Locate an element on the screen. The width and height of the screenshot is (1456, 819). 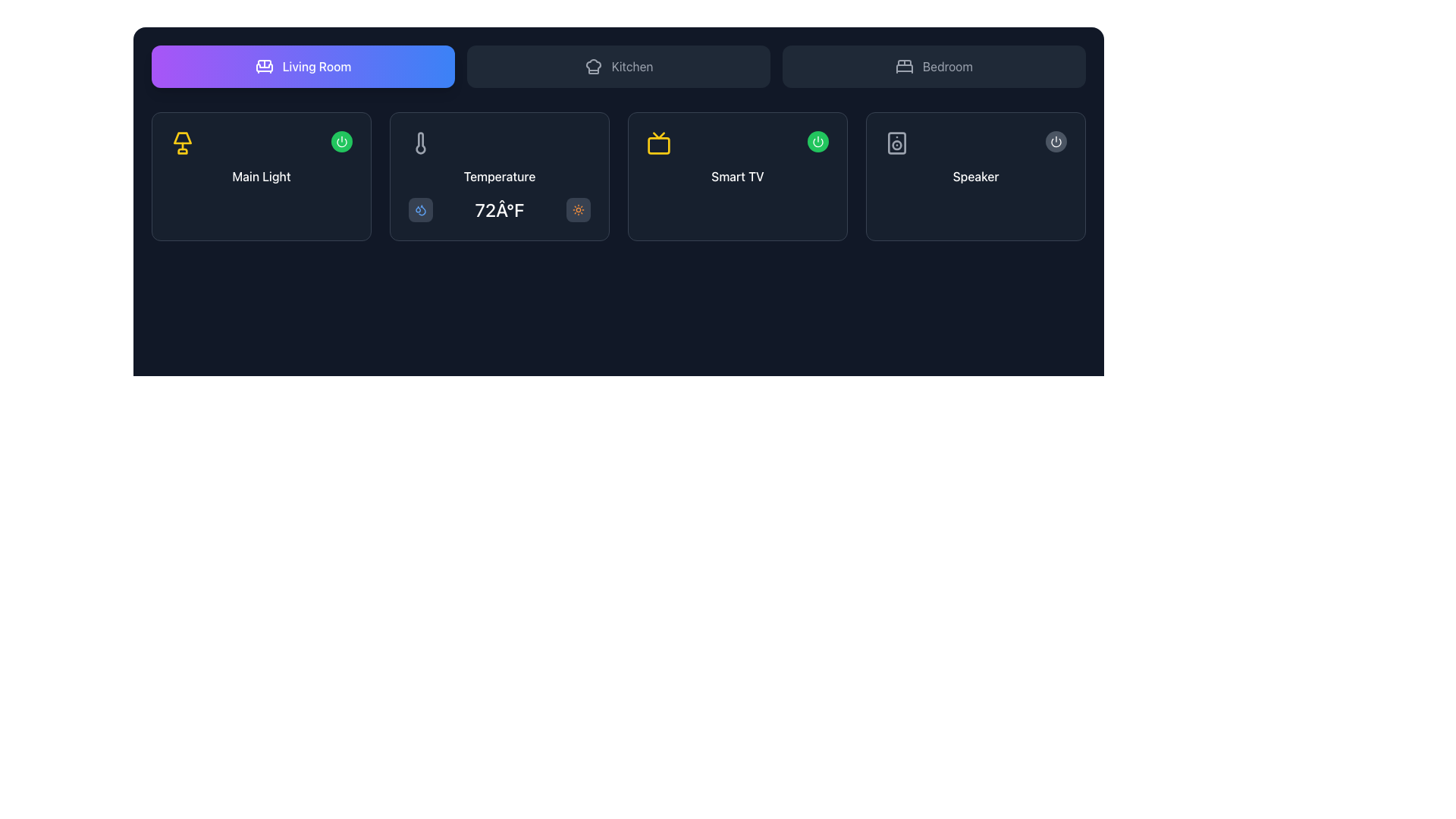
the static text label reading 'Smart TV', which is styled with a white font on a dark background and positioned beneath a yellow television icon in the 'Living Room' section is located at coordinates (738, 175).